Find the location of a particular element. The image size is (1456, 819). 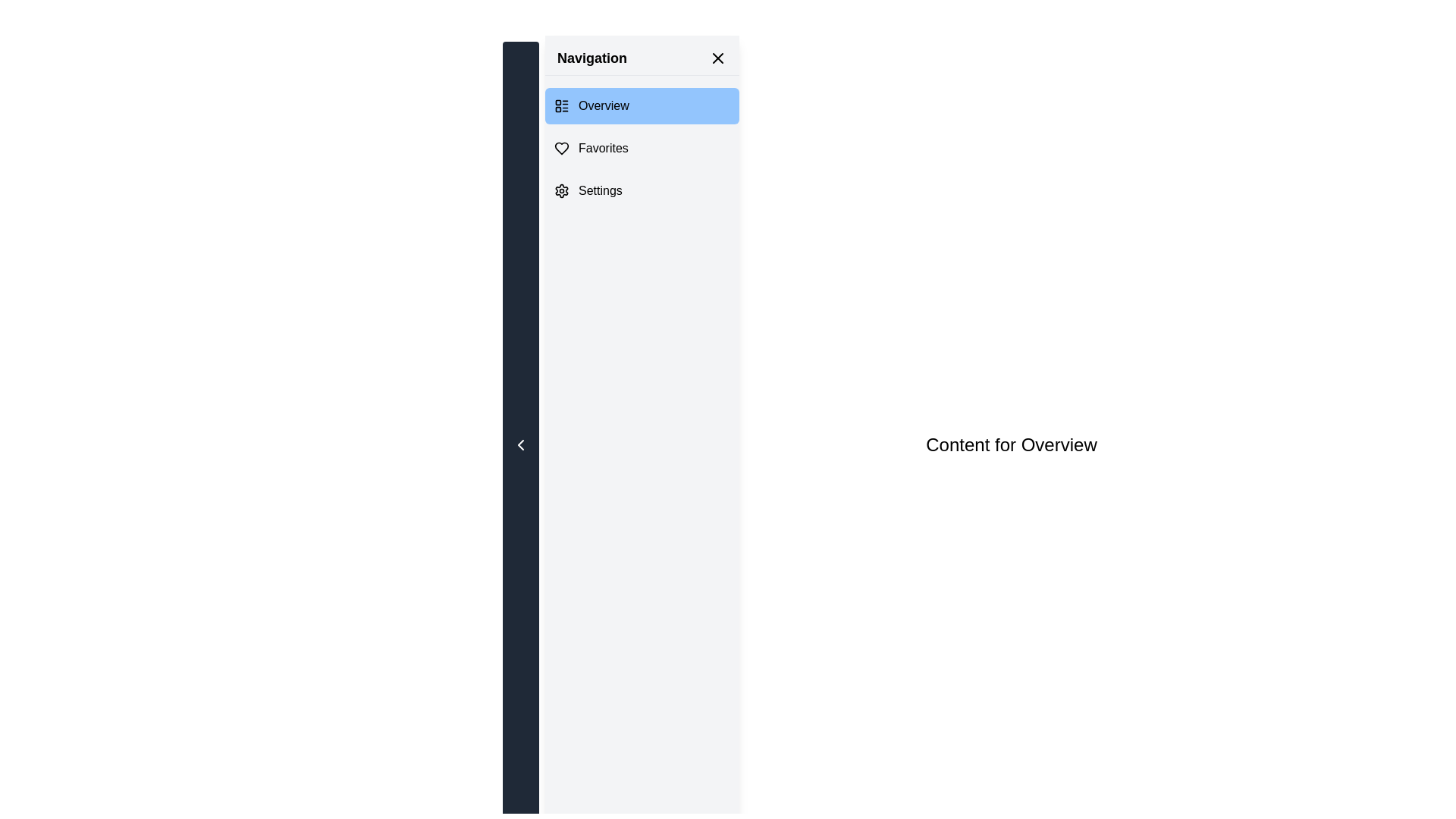

graphical heart icon representing the 'Favorites' functionality in the navigation menu for accessibility testing is located at coordinates (560, 149).